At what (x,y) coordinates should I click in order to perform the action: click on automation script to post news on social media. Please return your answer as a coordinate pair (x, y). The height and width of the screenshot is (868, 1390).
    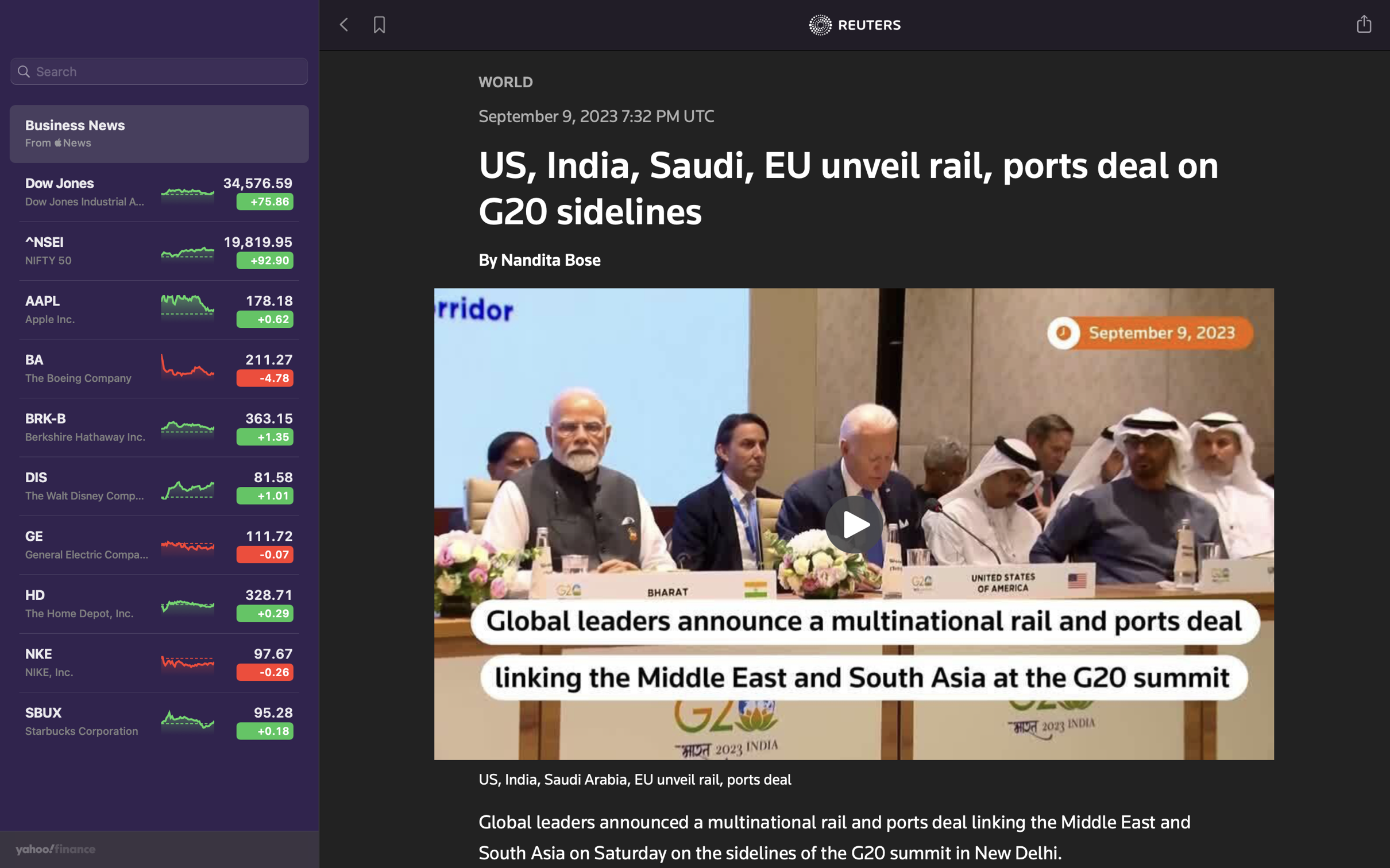
    Looking at the image, I should click on (1365, 22).